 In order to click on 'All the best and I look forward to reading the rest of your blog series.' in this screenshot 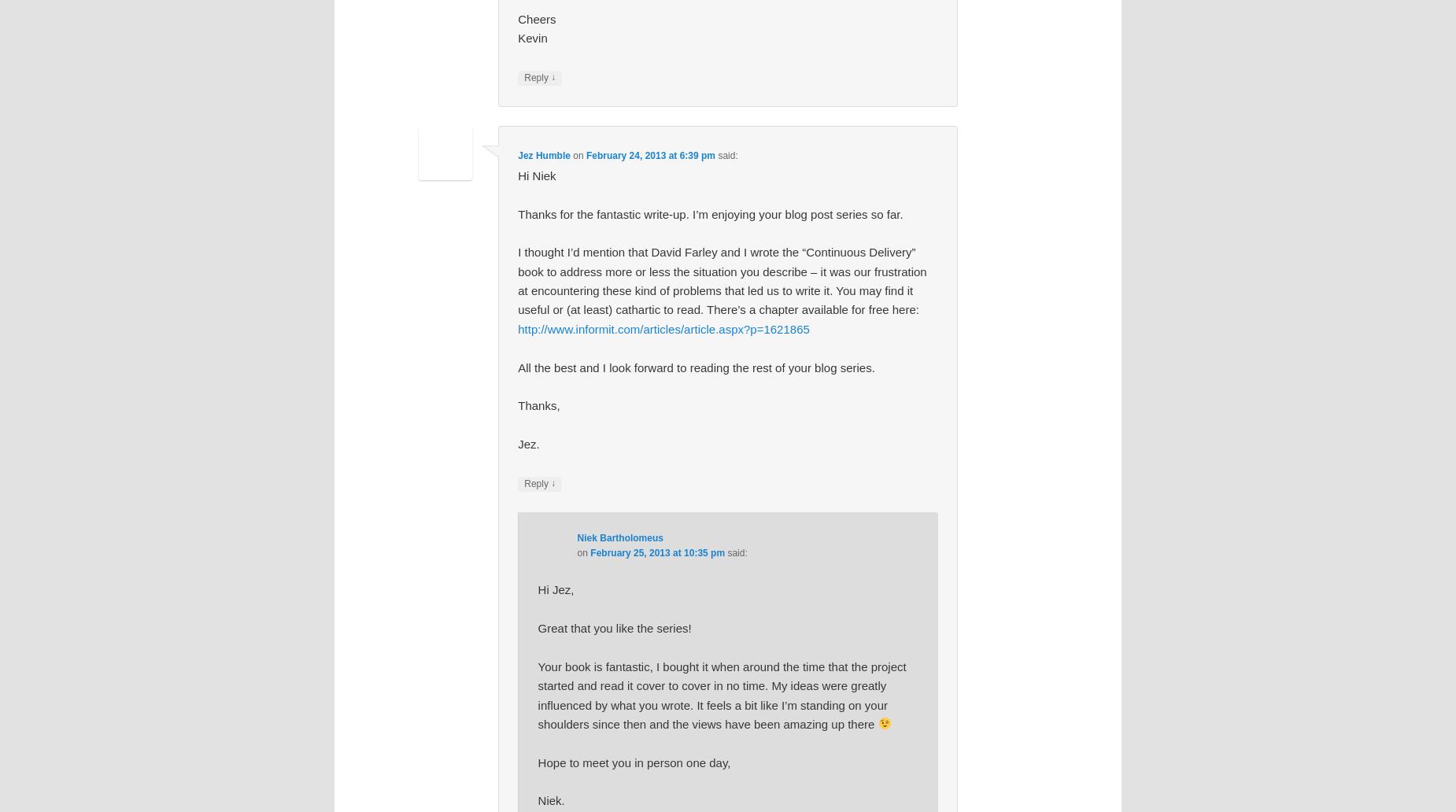, I will do `click(696, 366)`.